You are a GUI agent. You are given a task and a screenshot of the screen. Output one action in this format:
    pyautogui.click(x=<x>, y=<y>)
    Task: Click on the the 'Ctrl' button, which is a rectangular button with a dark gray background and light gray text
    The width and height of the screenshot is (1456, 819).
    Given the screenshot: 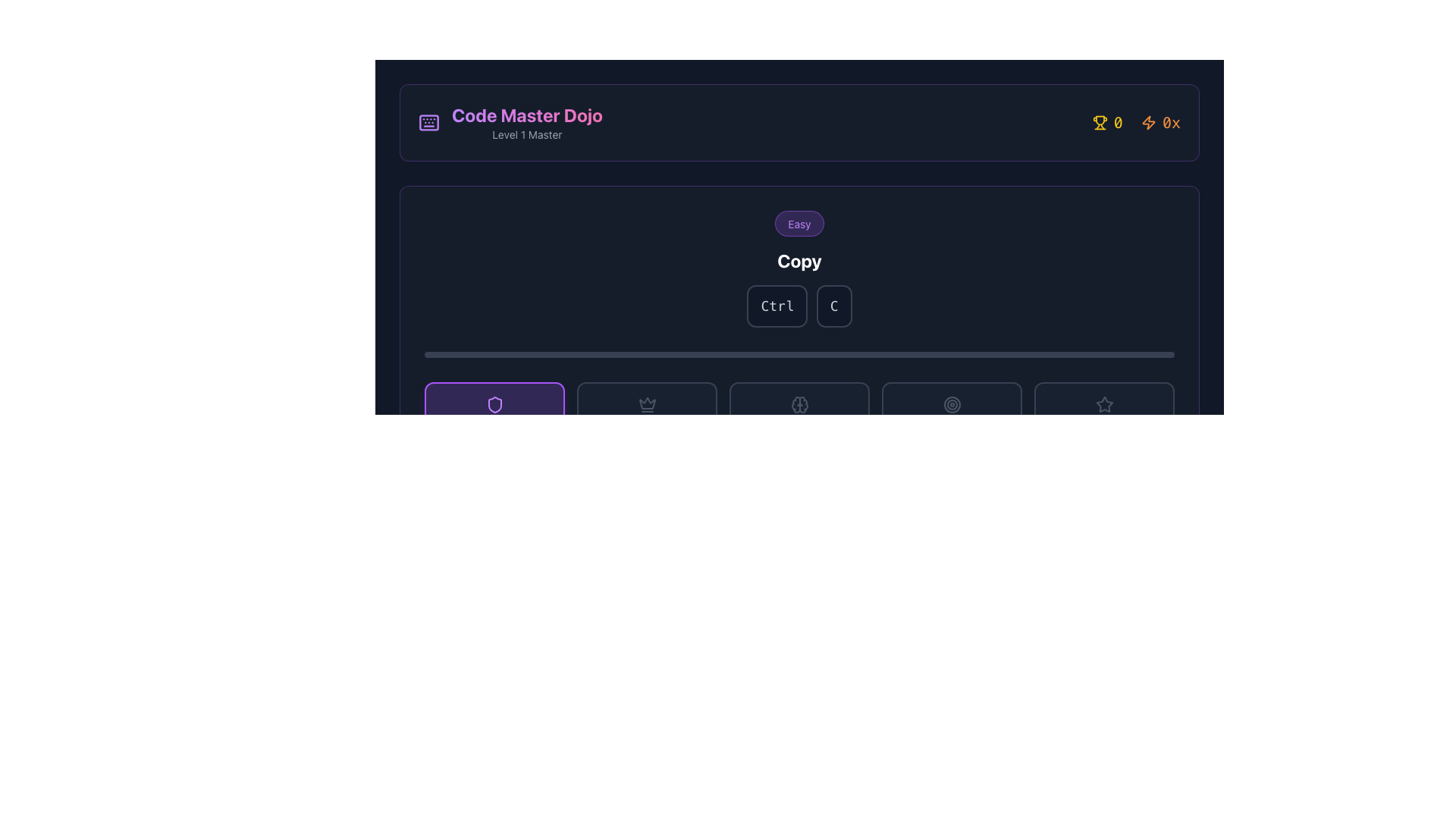 What is the action you would take?
    pyautogui.click(x=777, y=306)
    